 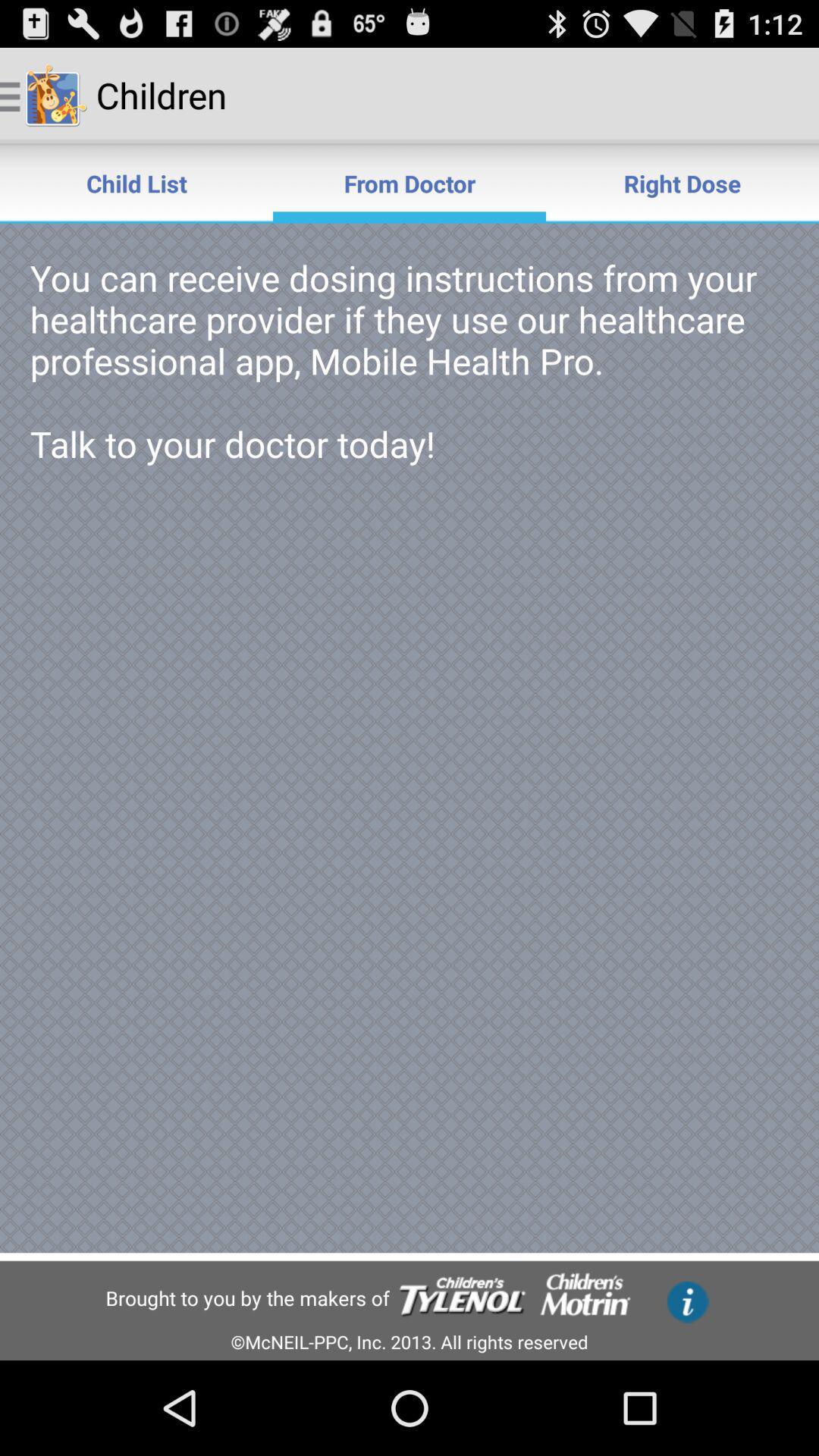 What do you see at coordinates (681, 182) in the screenshot?
I see `the item at the top right corner` at bounding box center [681, 182].